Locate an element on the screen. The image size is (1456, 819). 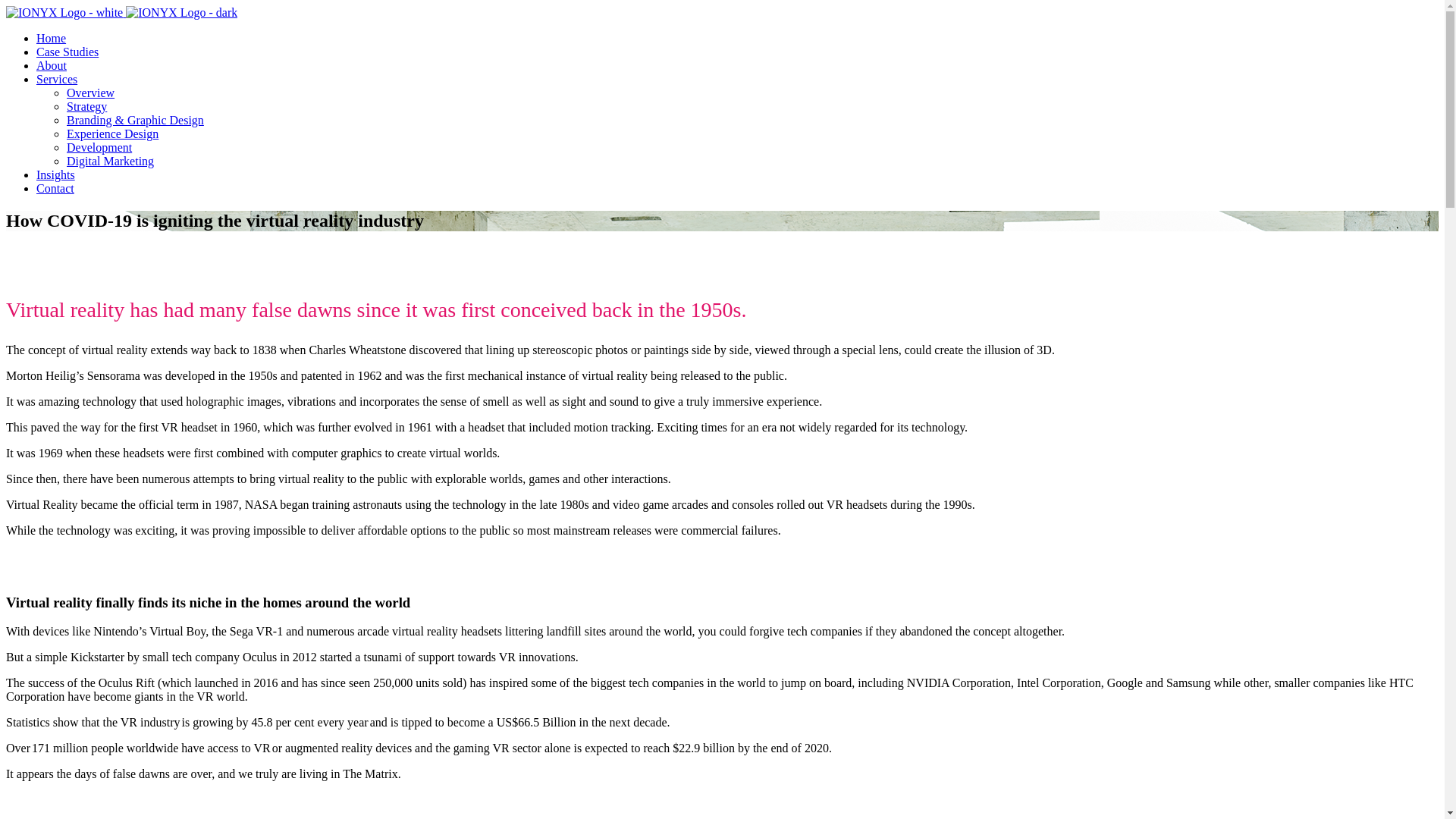
'Insights' is located at coordinates (55, 174).